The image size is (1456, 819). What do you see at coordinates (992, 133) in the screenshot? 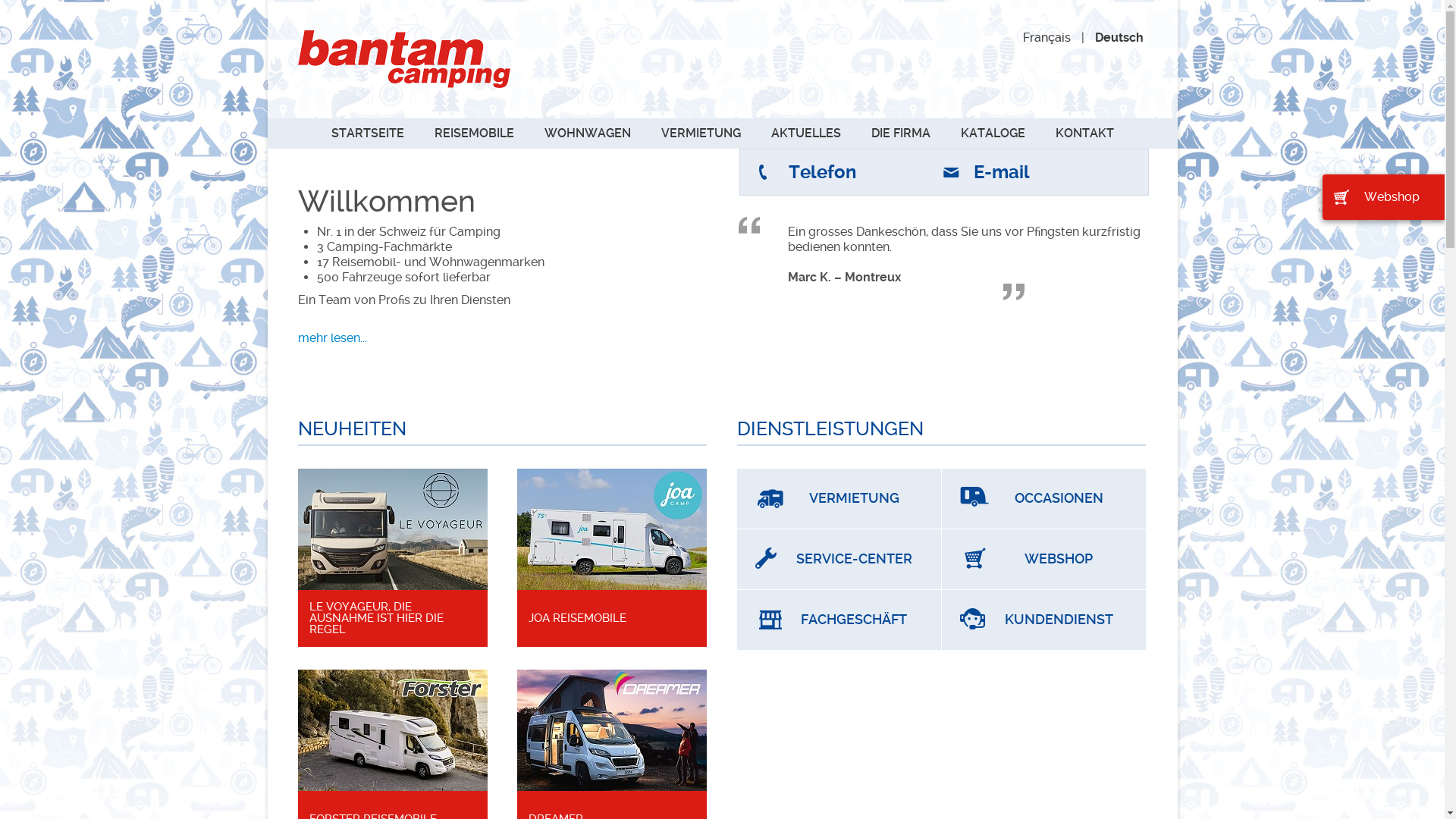
I see `'KATALOGE'` at bounding box center [992, 133].